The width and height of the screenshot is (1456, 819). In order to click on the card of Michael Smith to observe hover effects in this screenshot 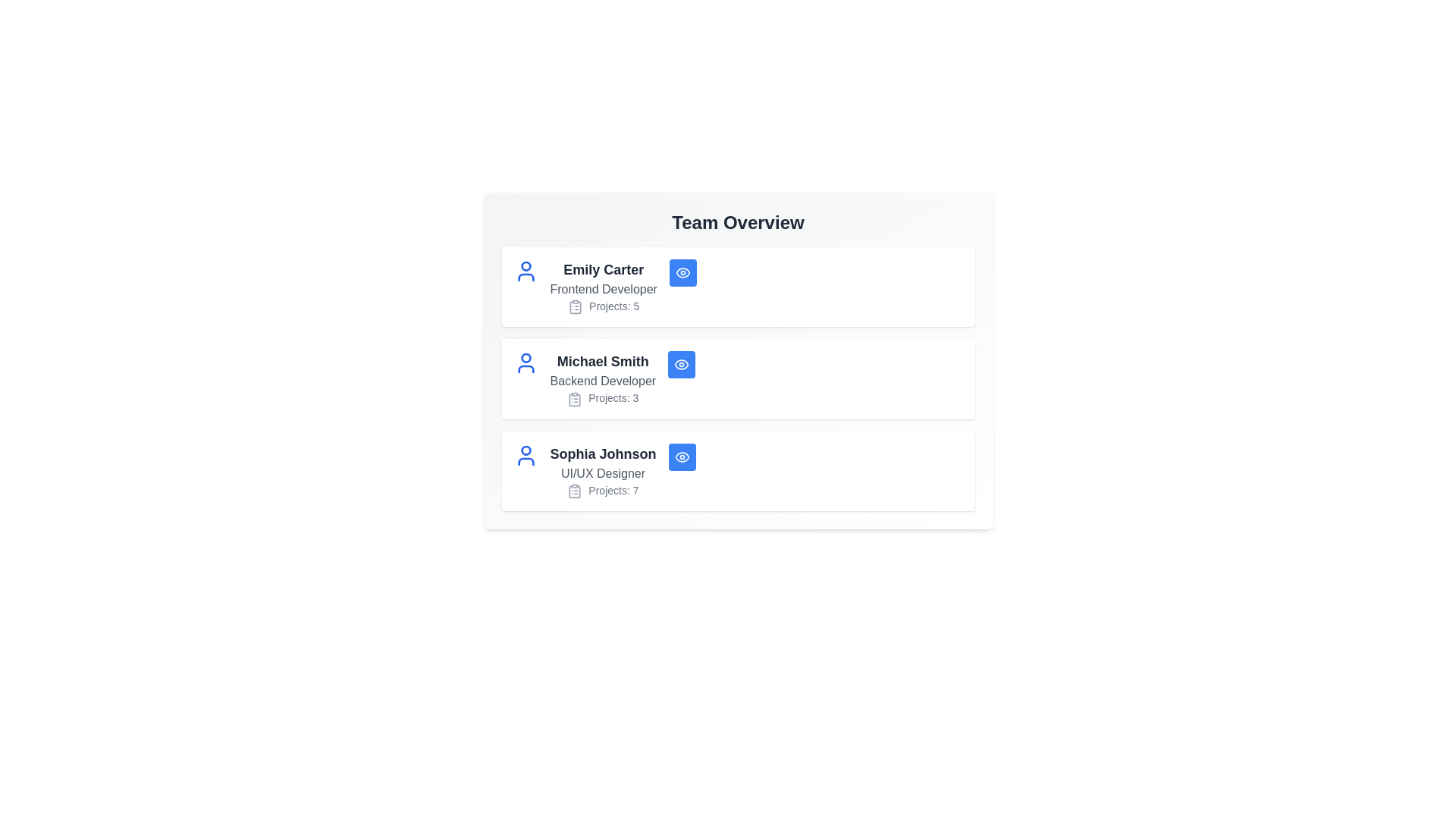, I will do `click(738, 378)`.